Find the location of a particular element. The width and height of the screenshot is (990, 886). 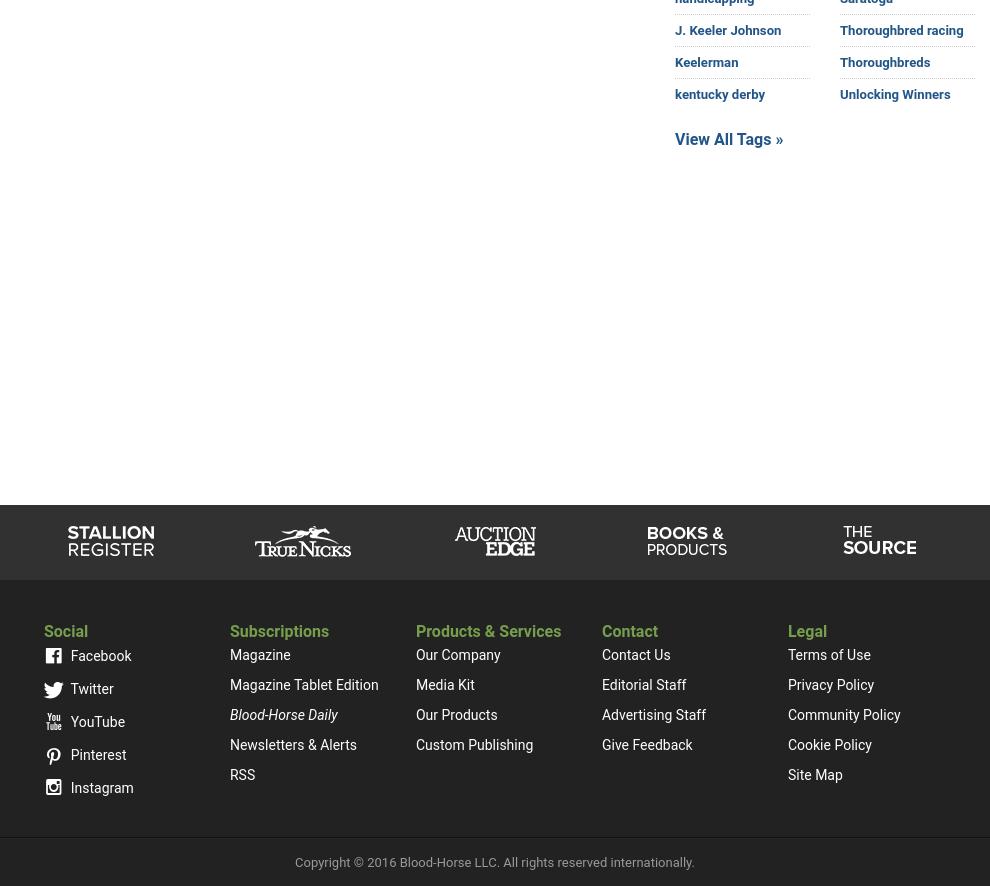

'Copyright © 2016 Blood-Horse LLC. All rights reserved internationally.' is located at coordinates (494, 861).